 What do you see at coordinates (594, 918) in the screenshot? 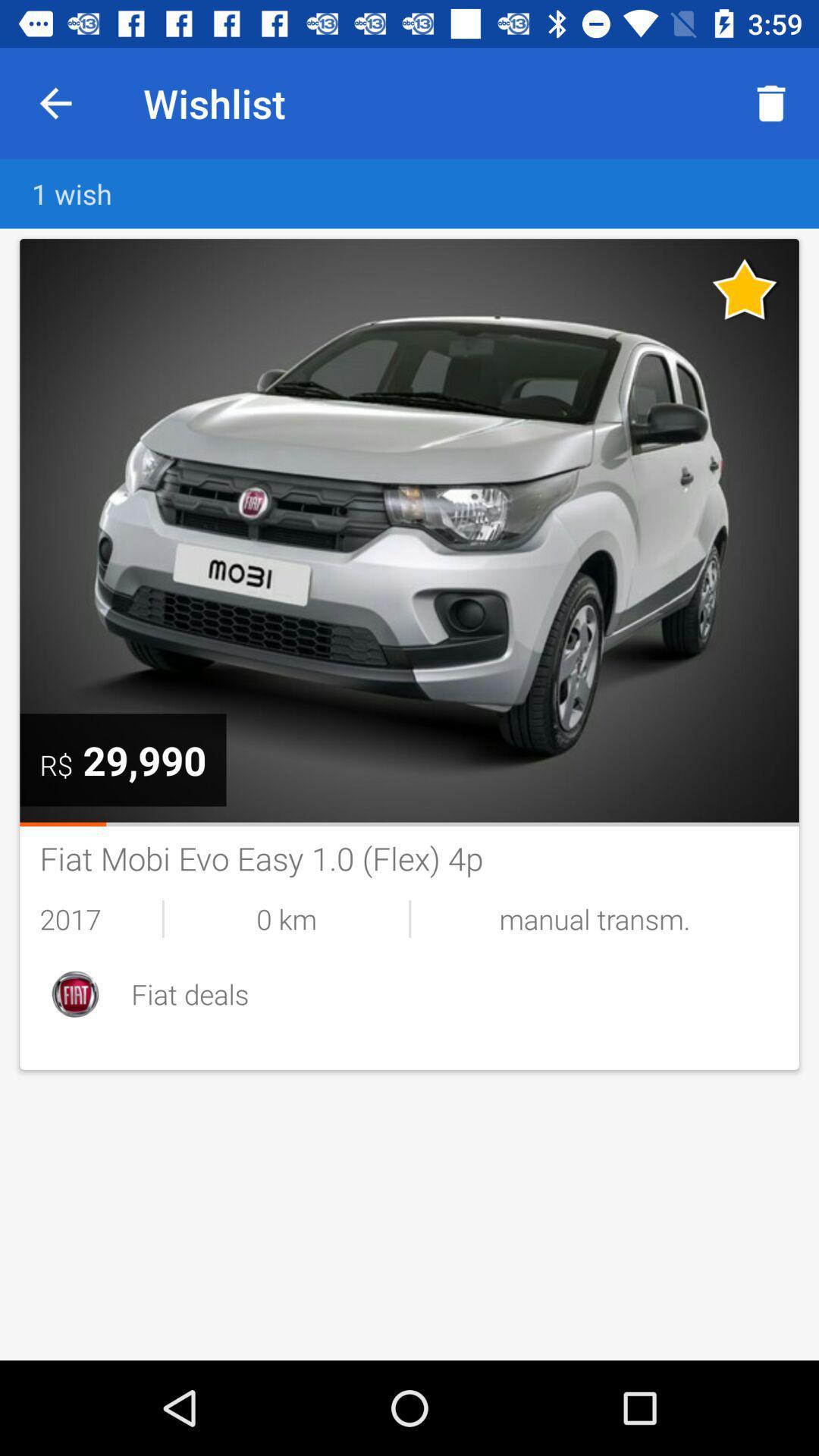
I see `manual transm.` at bounding box center [594, 918].